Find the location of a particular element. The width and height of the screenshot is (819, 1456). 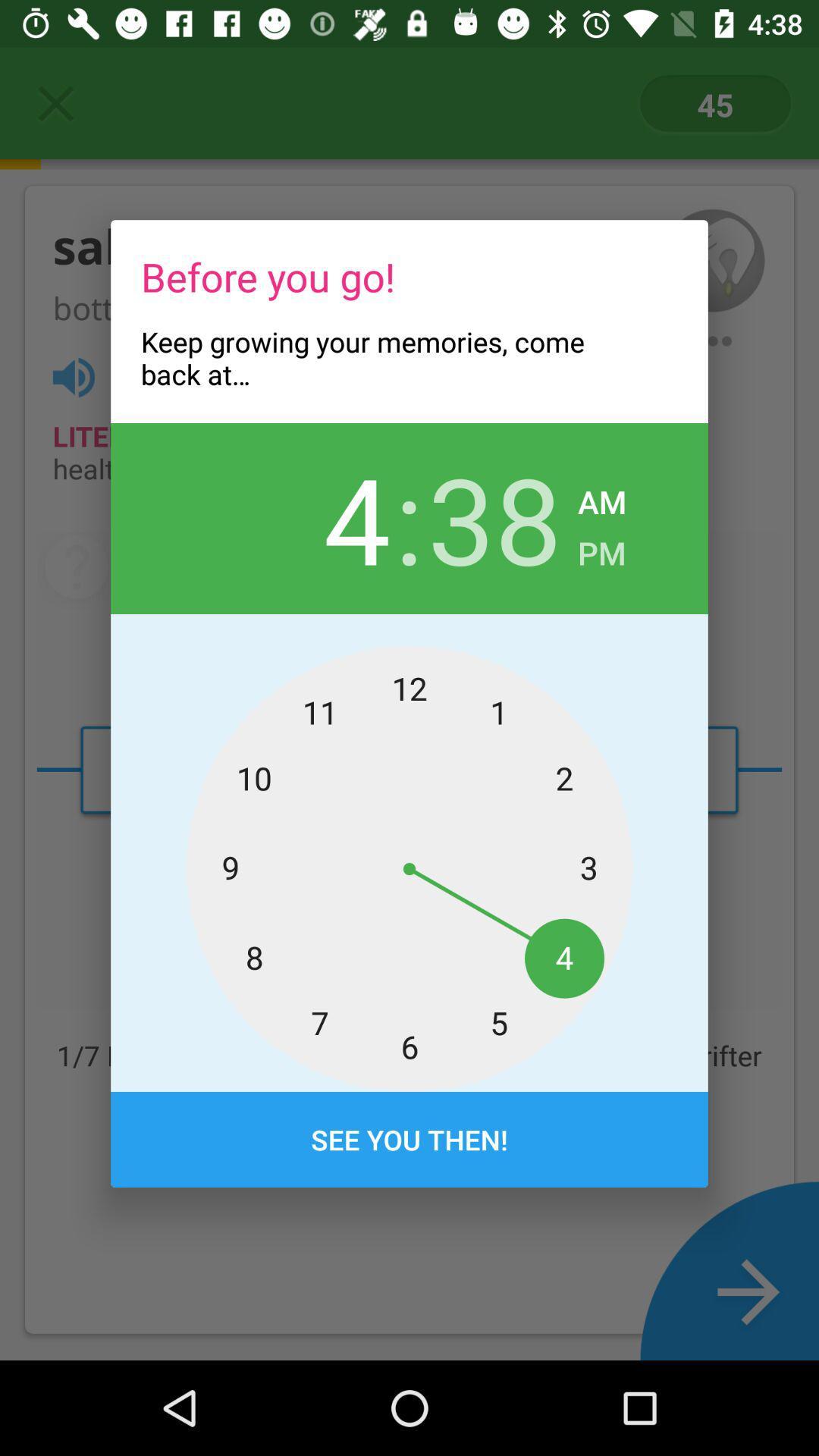

icon below the am item is located at coordinates (601, 548).